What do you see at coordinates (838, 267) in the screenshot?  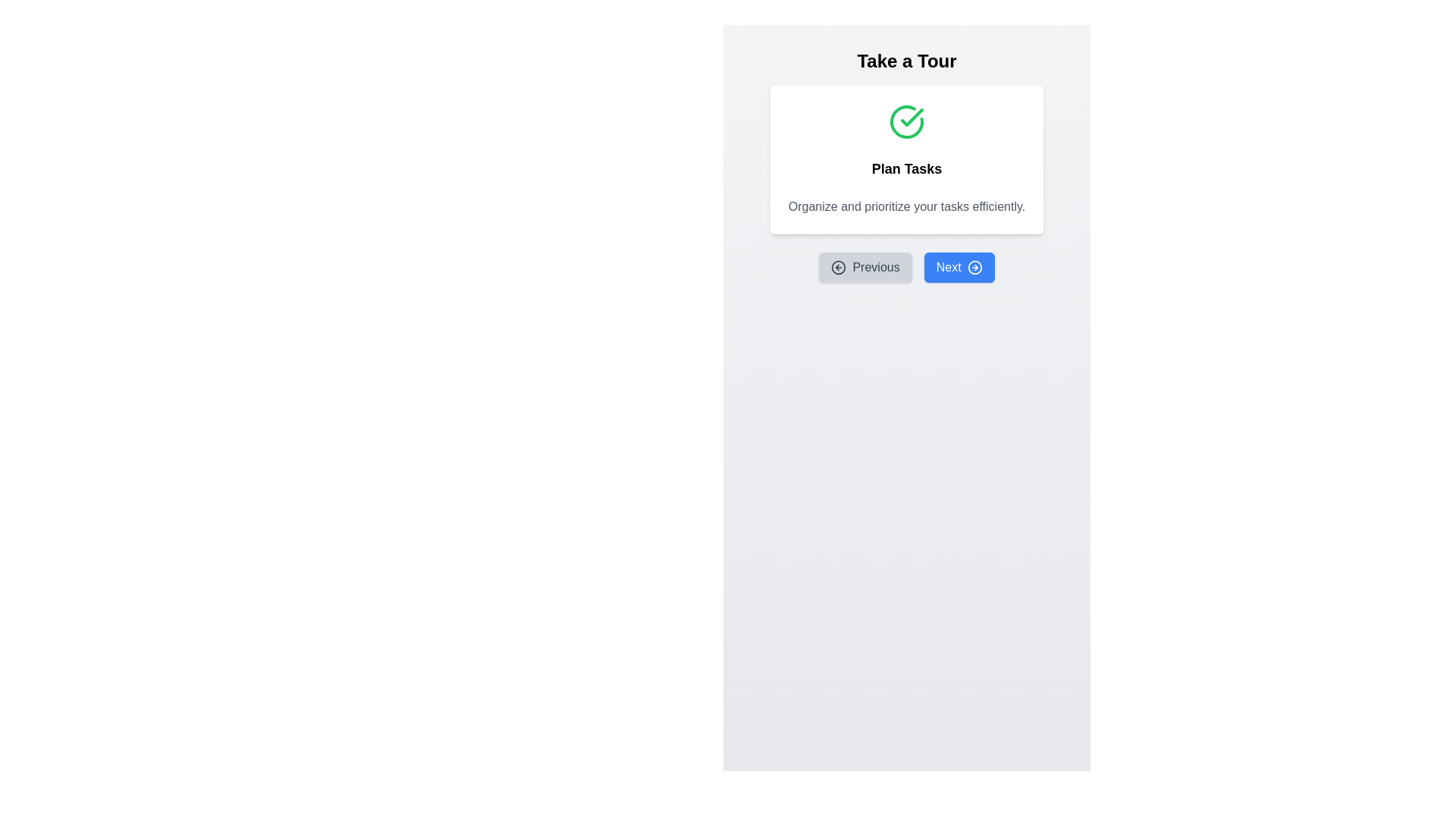 I see `the left-aligned circular icon with a left-pointing arrow inside it, which is part of the 'Previous' button located below the 'Plan Tasks' title and description` at bounding box center [838, 267].